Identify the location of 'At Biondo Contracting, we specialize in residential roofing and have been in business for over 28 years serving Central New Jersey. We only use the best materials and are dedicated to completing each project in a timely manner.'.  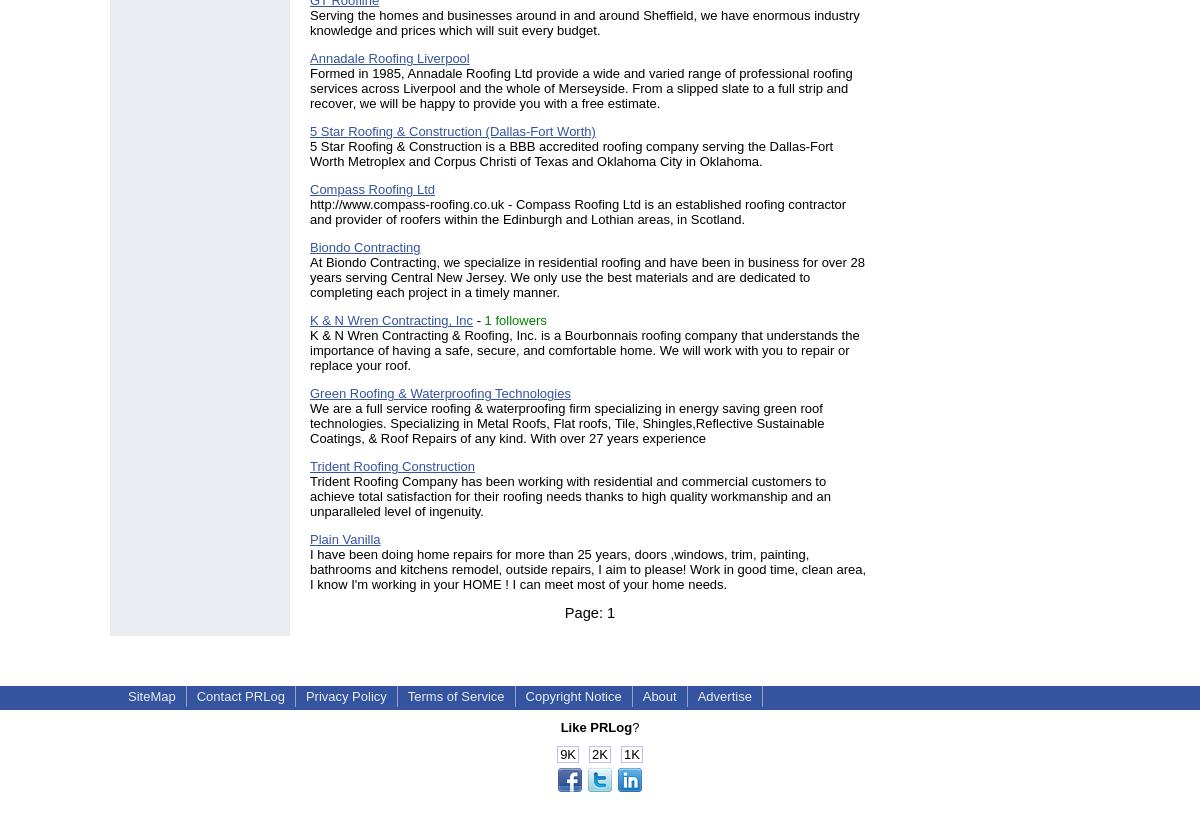
(586, 276).